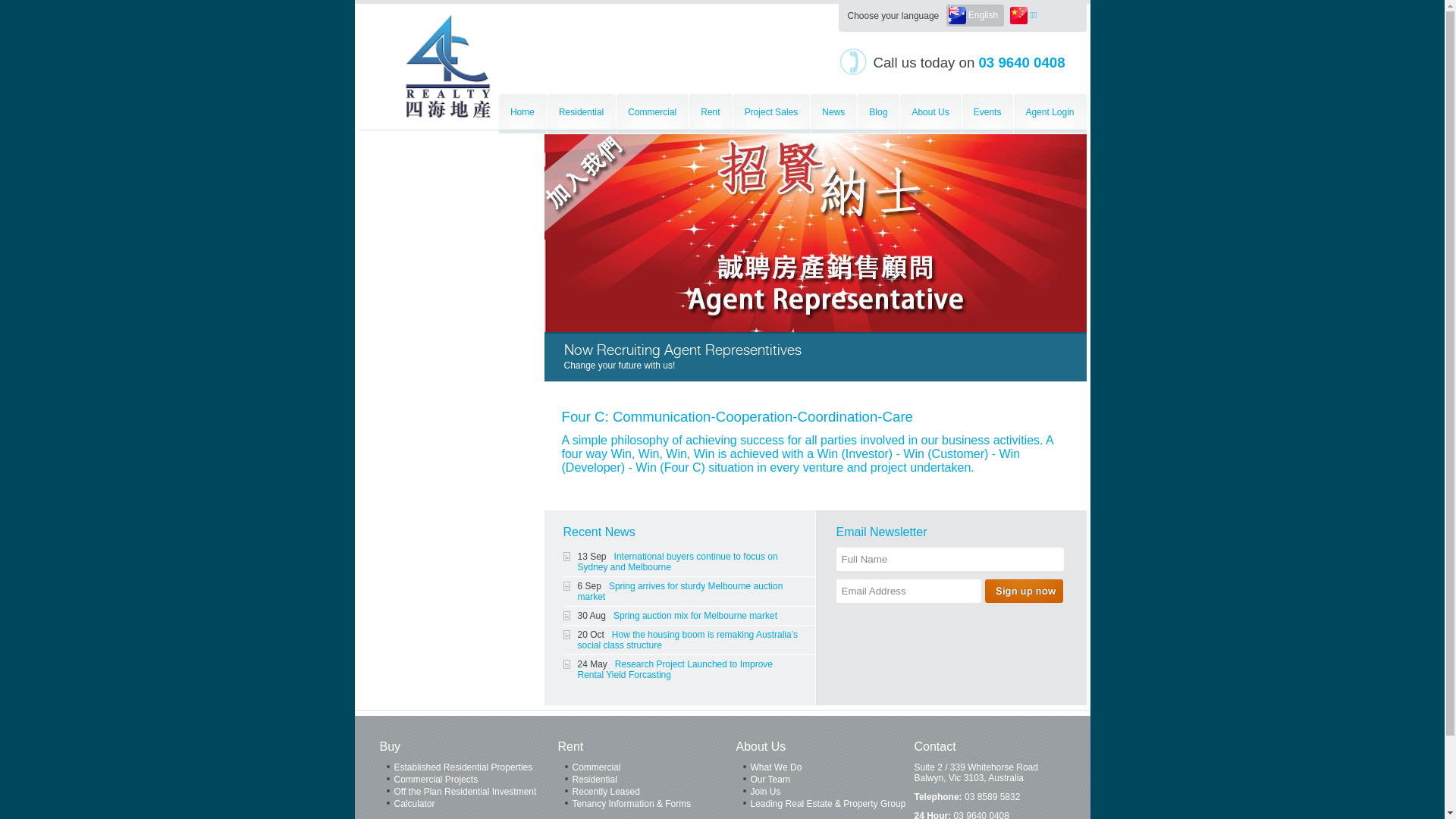 The height and width of the screenshot is (819, 1456). What do you see at coordinates (679, 590) in the screenshot?
I see `'Spring arrives for sturdy Melbourne auction market'` at bounding box center [679, 590].